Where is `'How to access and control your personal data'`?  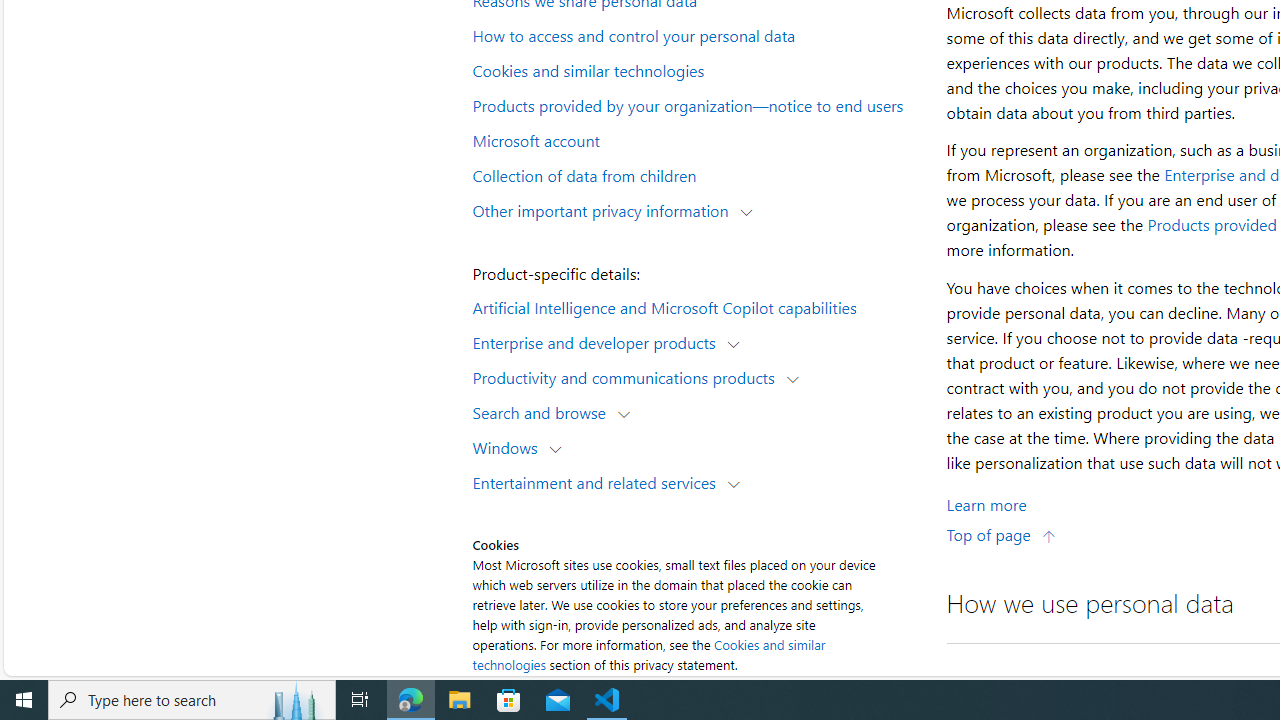 'How to access and control your personal data' is located at coordinates (696, 35).